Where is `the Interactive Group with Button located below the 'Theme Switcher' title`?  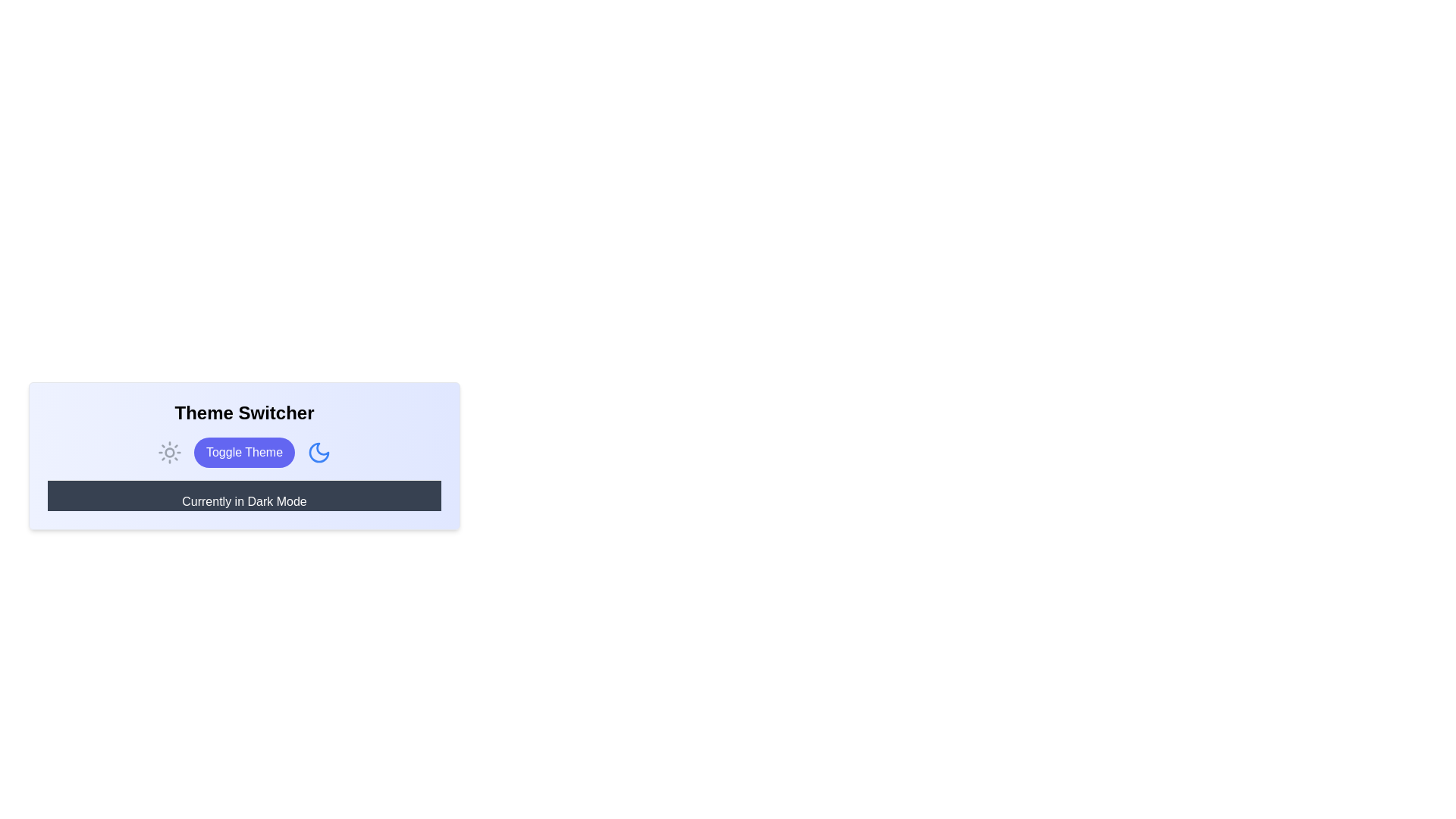 the Interactive Group with Button located below the 'Theme Switcher' title is located at coordinates (244, 452).